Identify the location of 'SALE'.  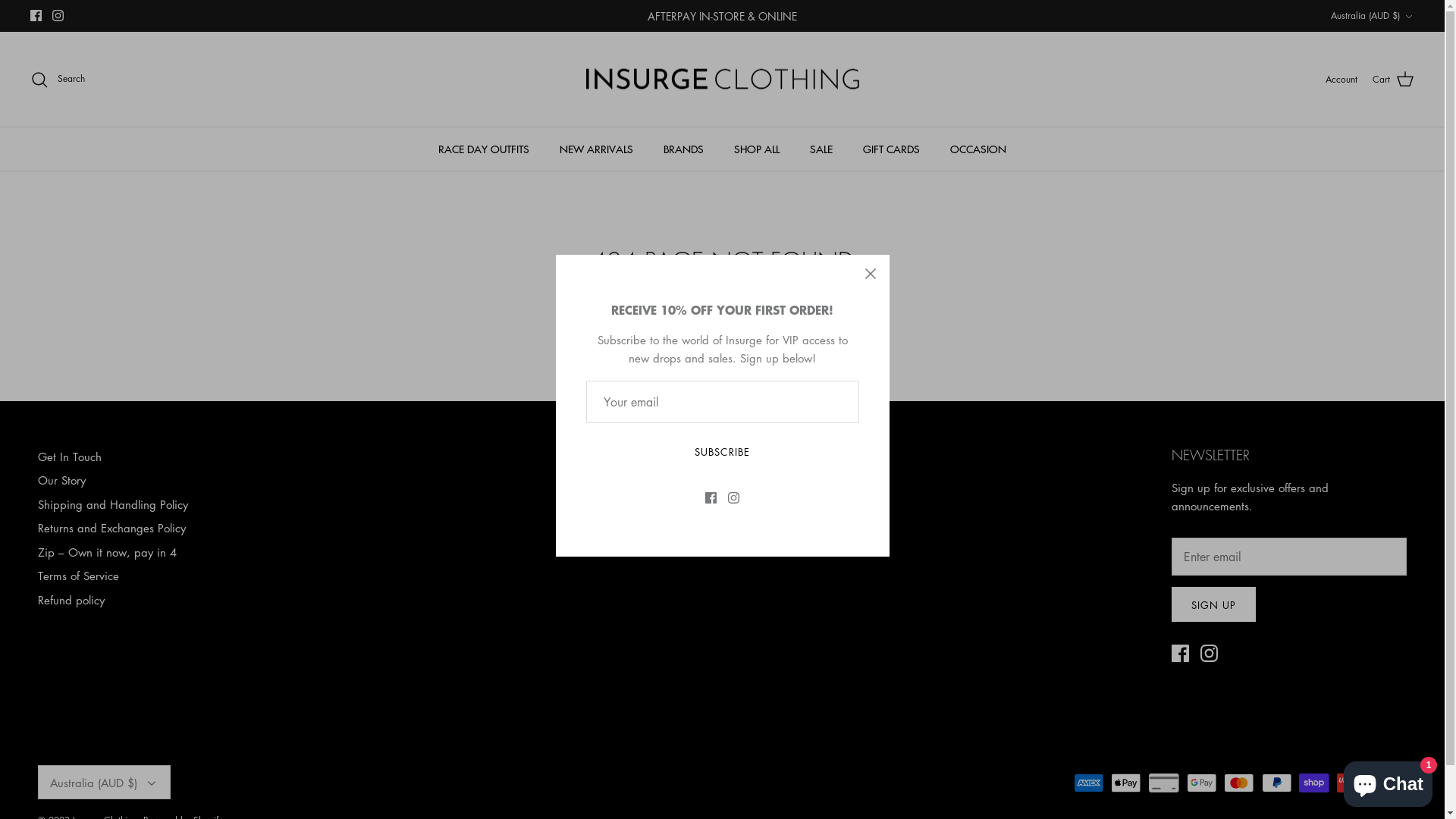
(821, 149).